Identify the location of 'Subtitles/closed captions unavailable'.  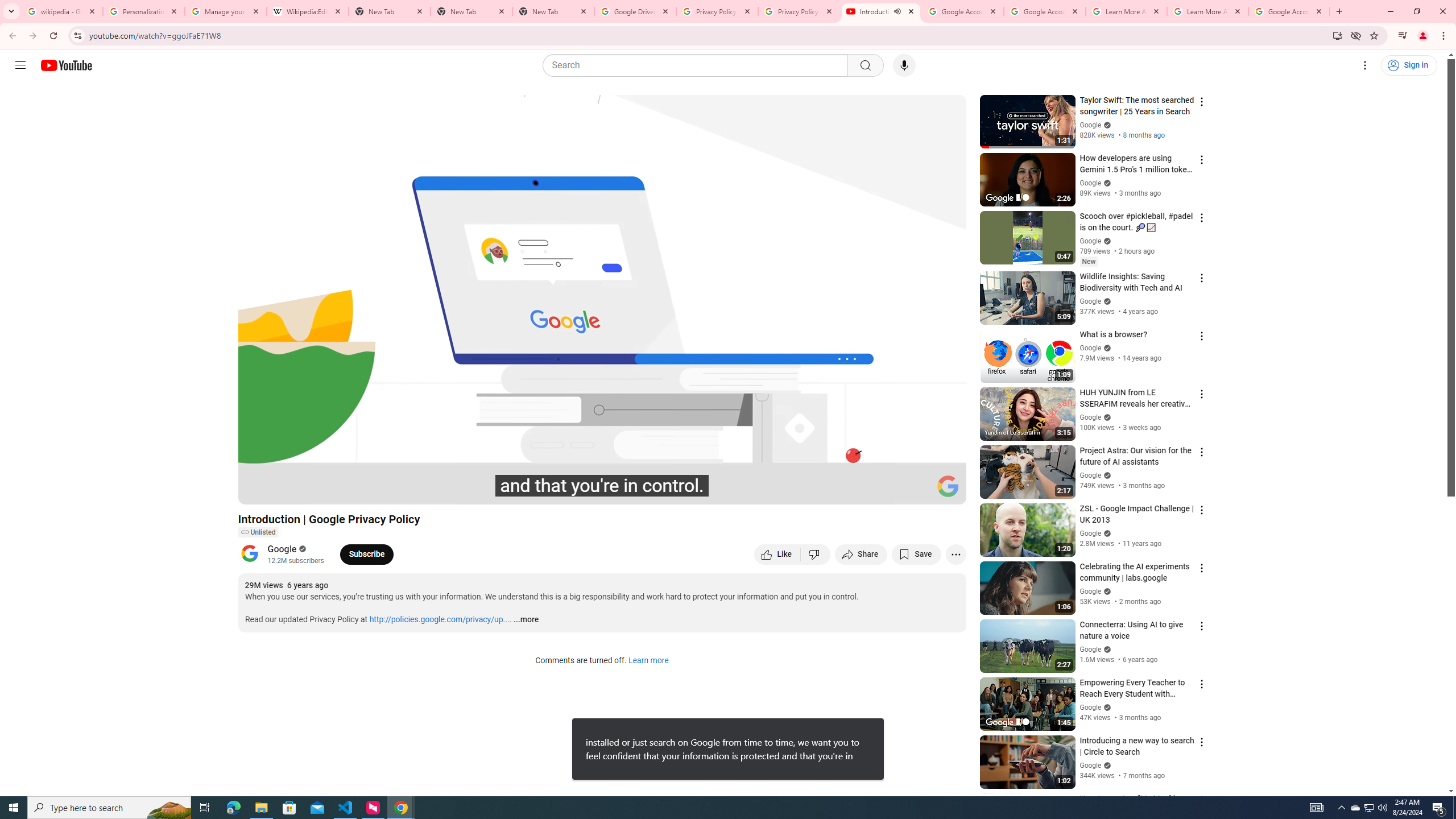
(835, 490).